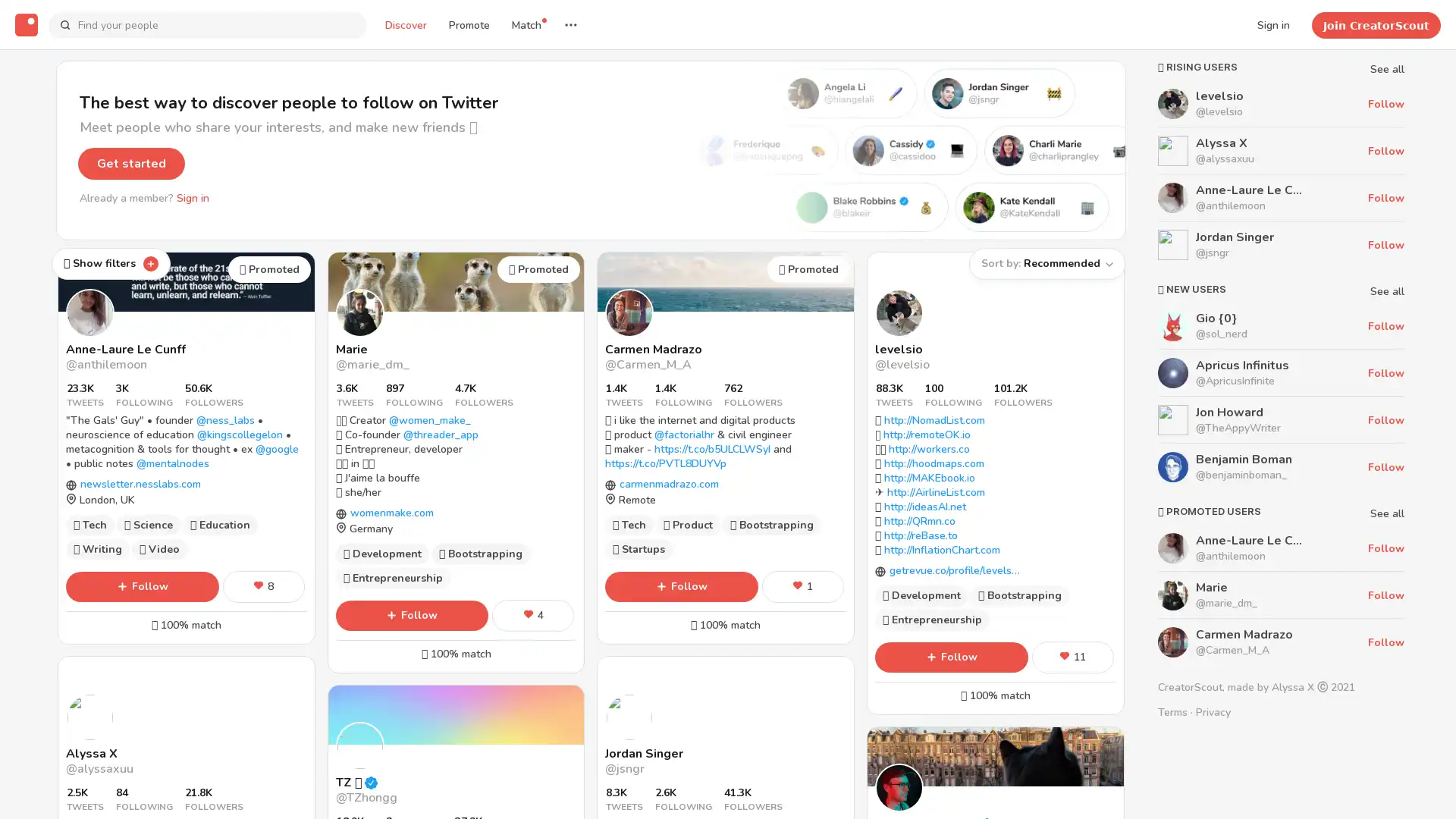 Image resolution: width=1456 pixels, height=819 pixels. Describe the element at coordinates (1376, 24) in the screenshot. I see `Join CreatorScout` at that location.